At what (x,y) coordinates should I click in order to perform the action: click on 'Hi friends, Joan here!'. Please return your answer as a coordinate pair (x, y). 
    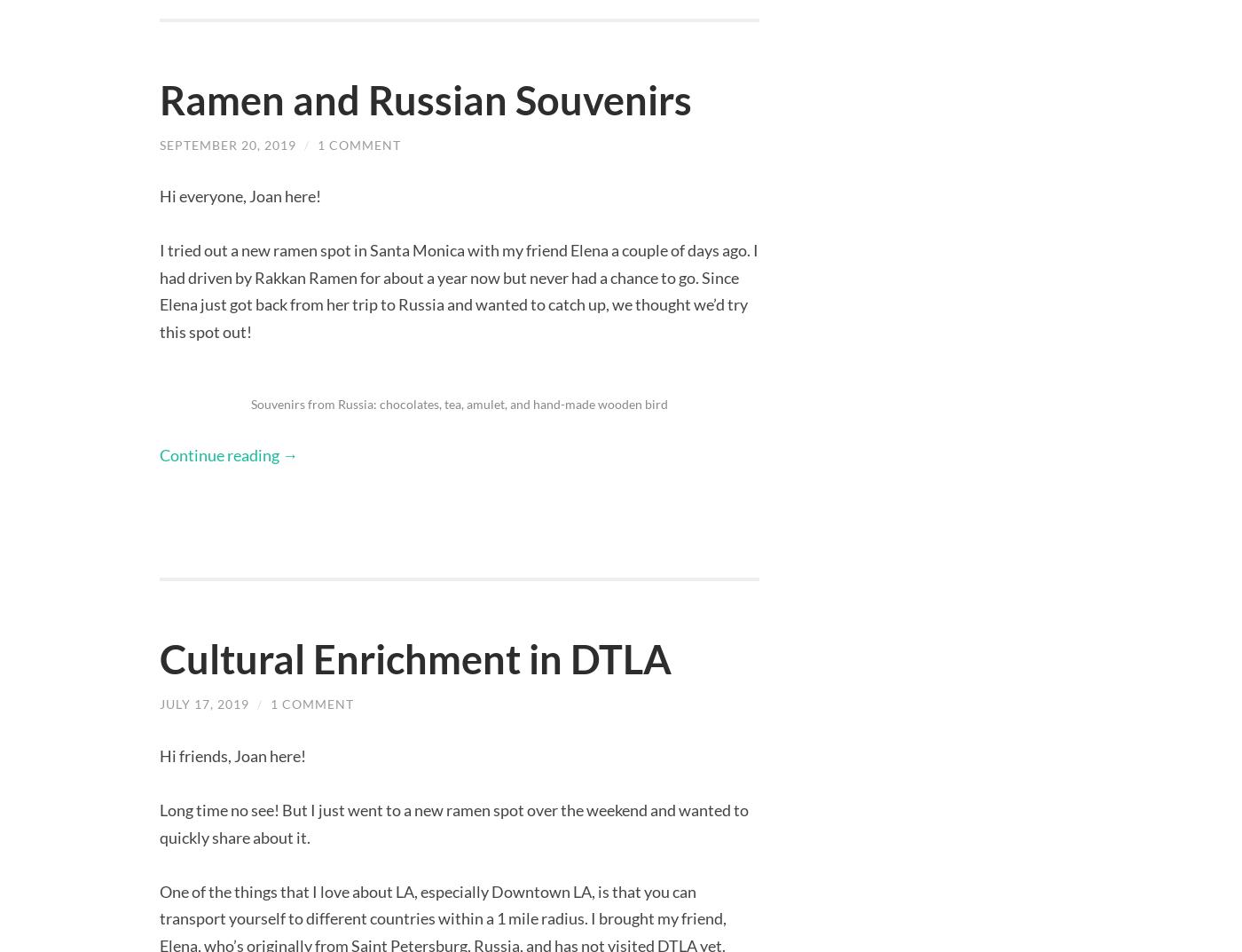
    Looking at the image, I should click on (232, 753).